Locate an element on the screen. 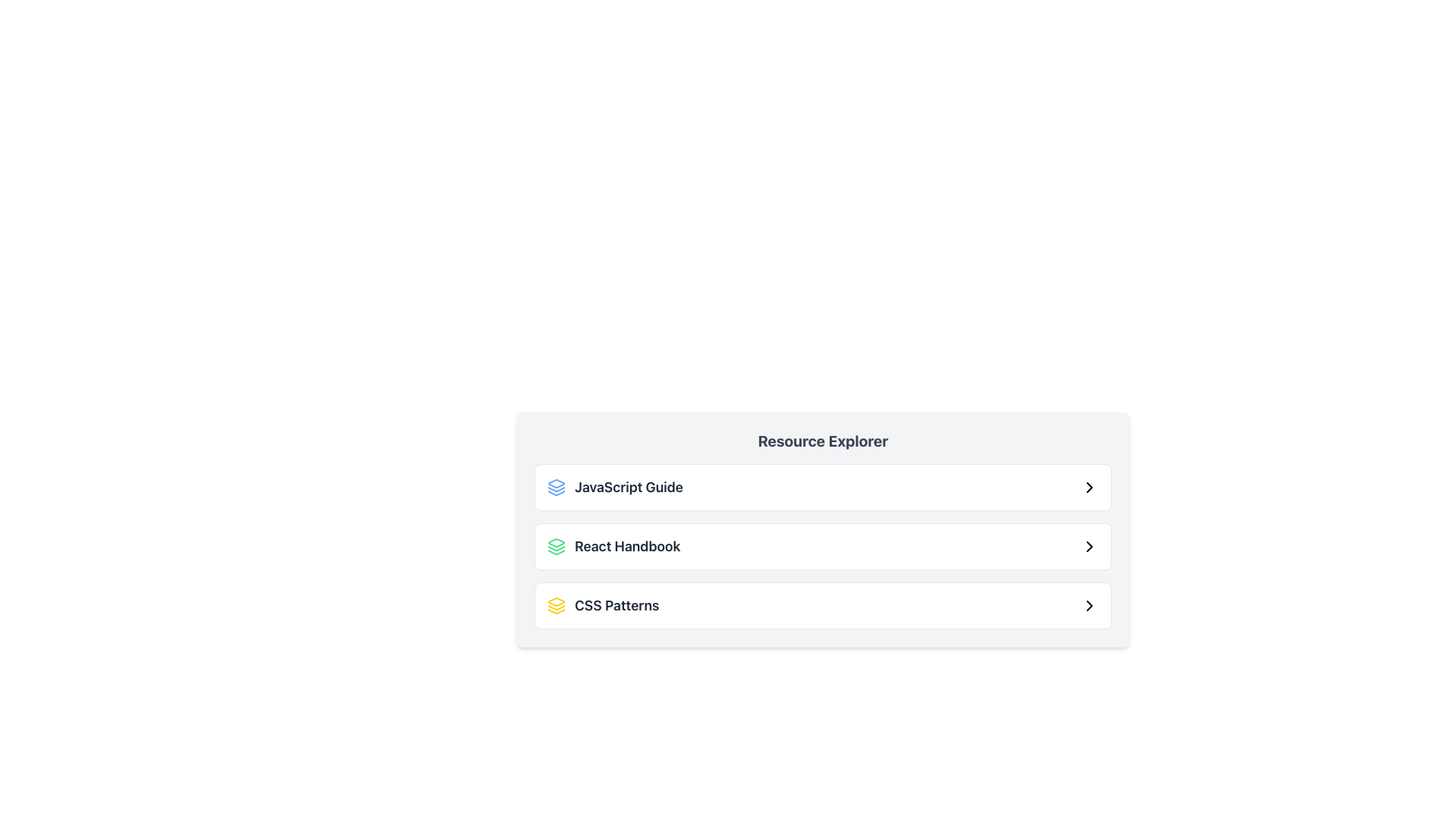 The width and height of the screenshot is (1456, 819). the blue rectangular icon with slanted edges, which is the third and bottom layer in a stack of three layers, positioned in the middle of the stack is located at coordinates (556, 493).